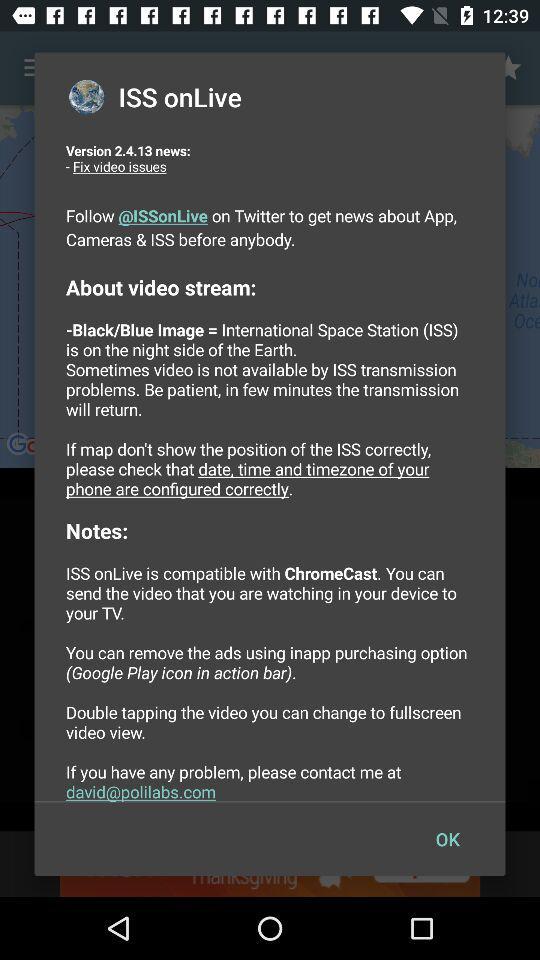 This screenshot has width=540, height=960. What do you see at coordinates (447, 839) in the screenshot?
I see `item below the version 2 4 icon` at bounding box center [447, 839].